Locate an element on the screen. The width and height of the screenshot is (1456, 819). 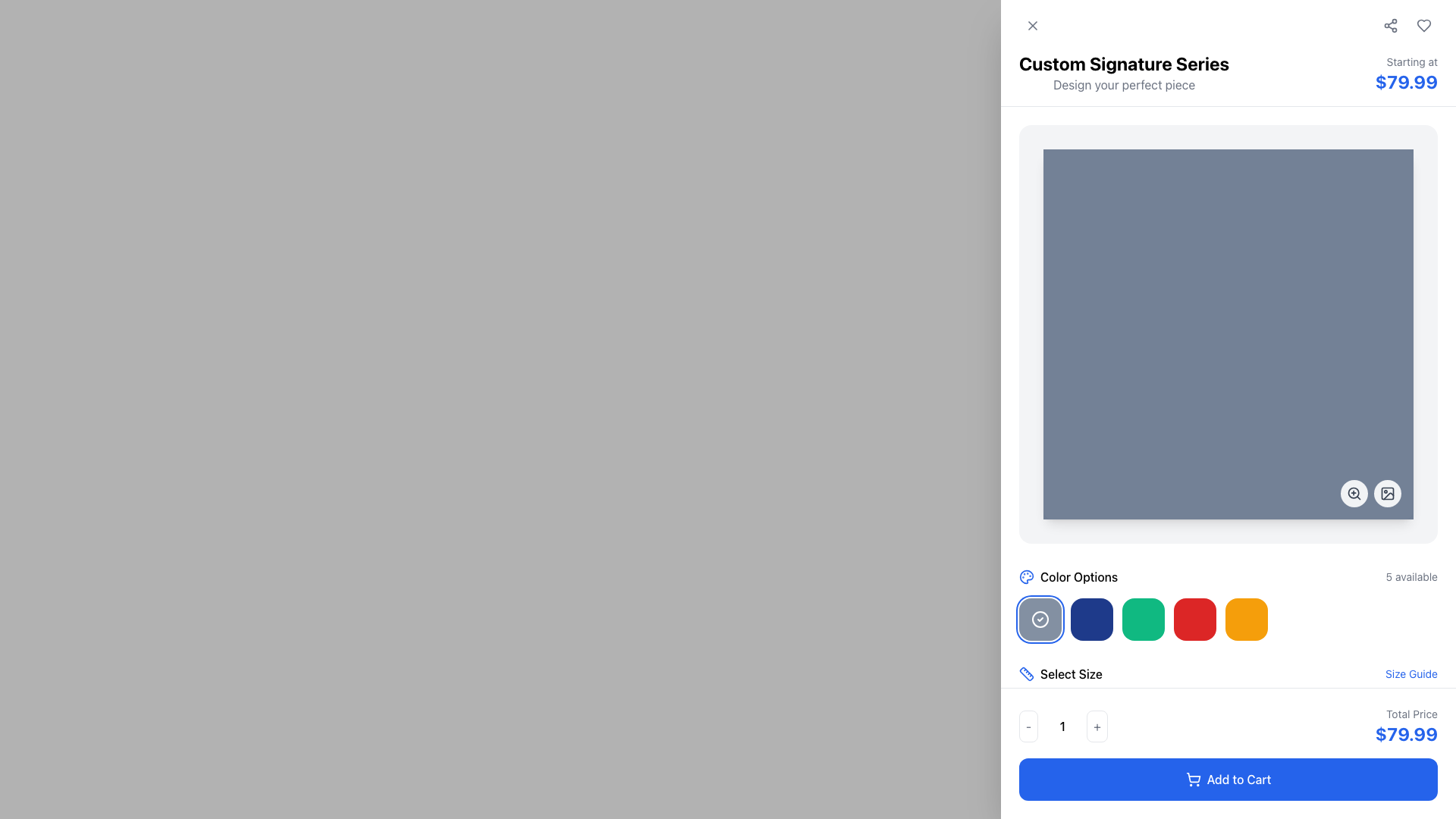
the 'Size Guide' text link in the lower-right corner of the 'Select Size' section to trigger the visual underline effect is located at coordinates (1410, 673).